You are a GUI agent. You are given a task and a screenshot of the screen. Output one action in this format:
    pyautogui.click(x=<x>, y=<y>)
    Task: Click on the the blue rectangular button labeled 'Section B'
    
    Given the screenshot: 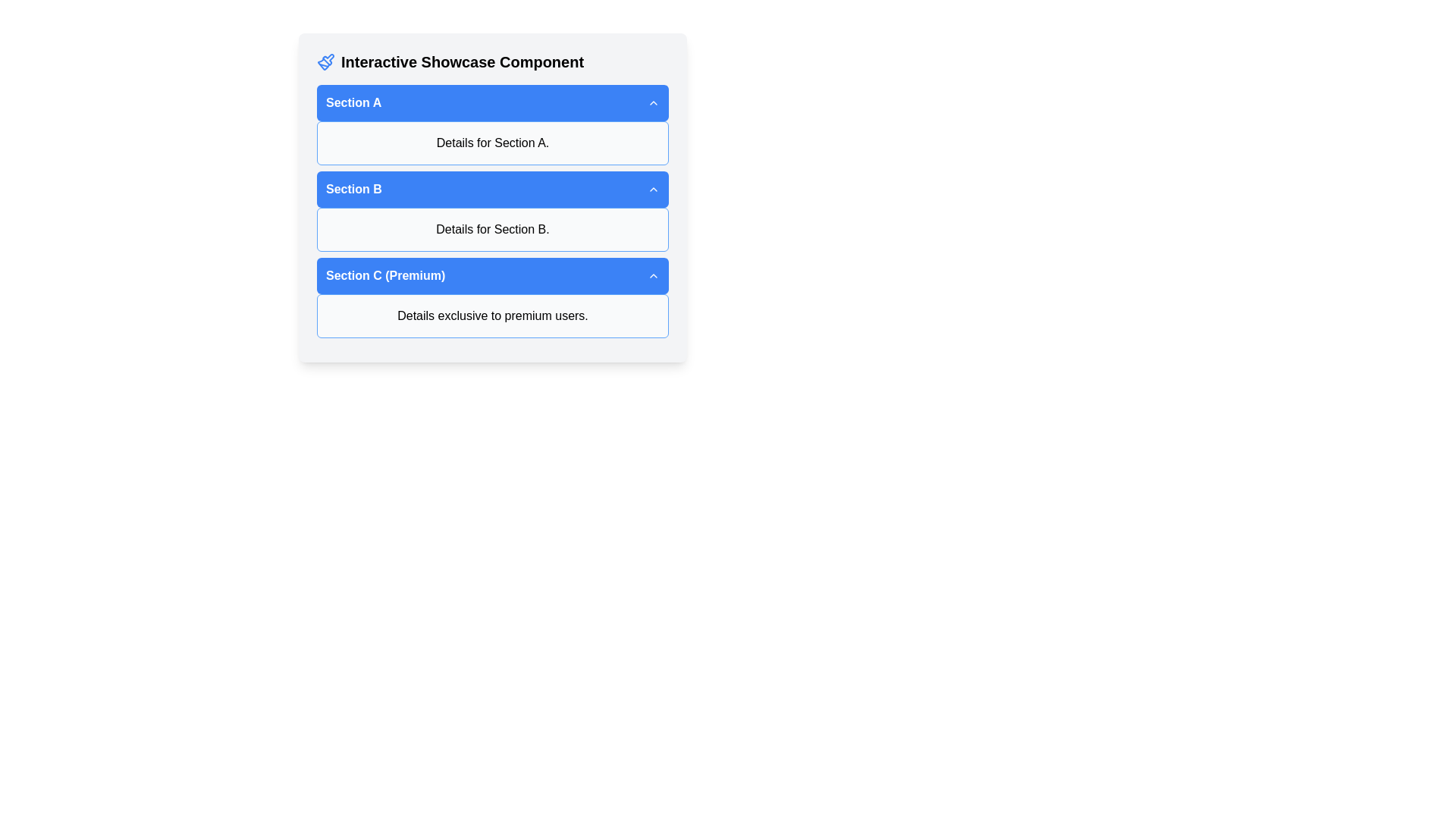 What is the action you would take?
    pyautogui.click(x=492, y=197)
    